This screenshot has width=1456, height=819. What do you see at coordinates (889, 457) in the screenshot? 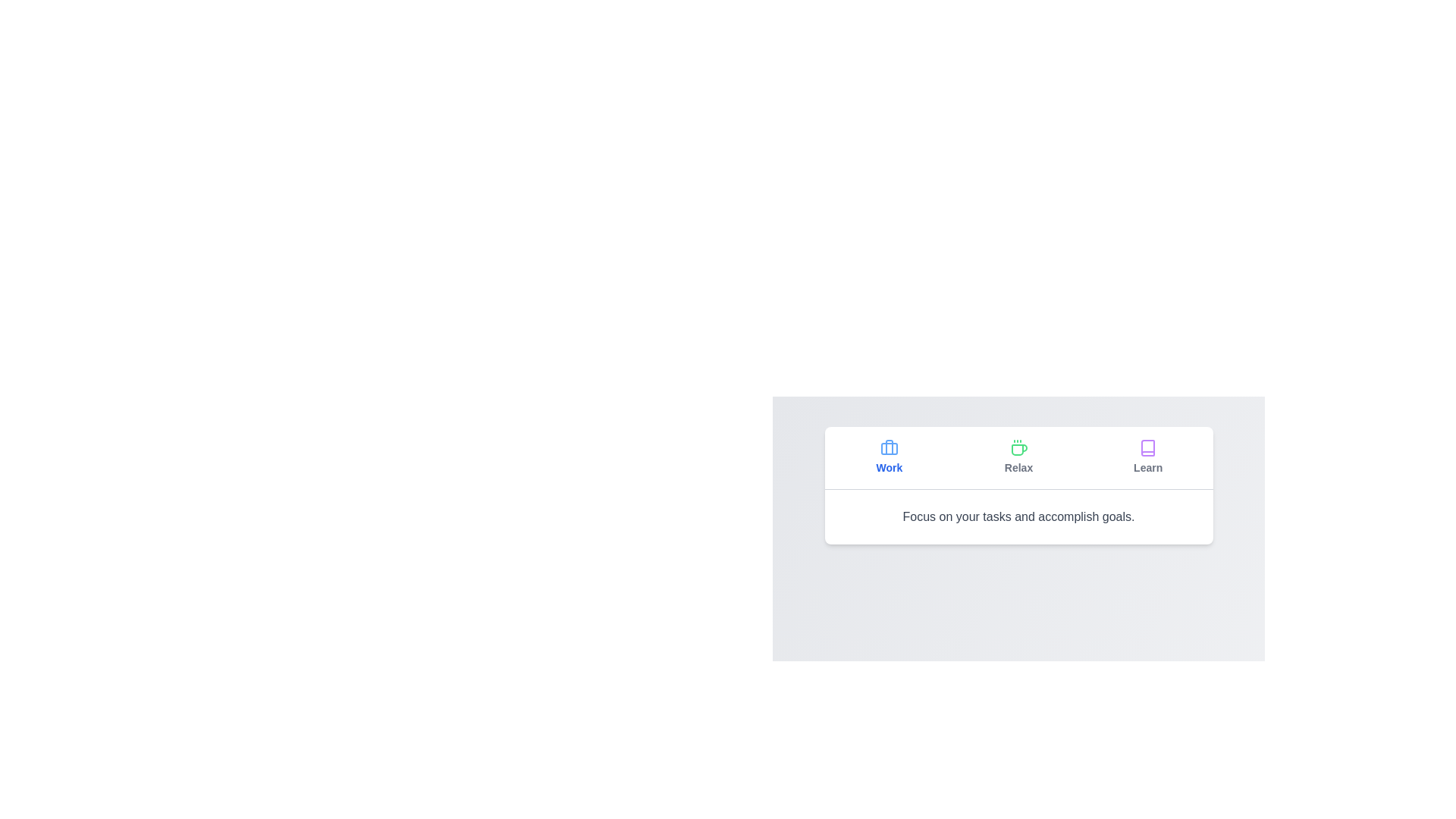
I see `the Work tab to switch to it` at bounding box center [889, 457].